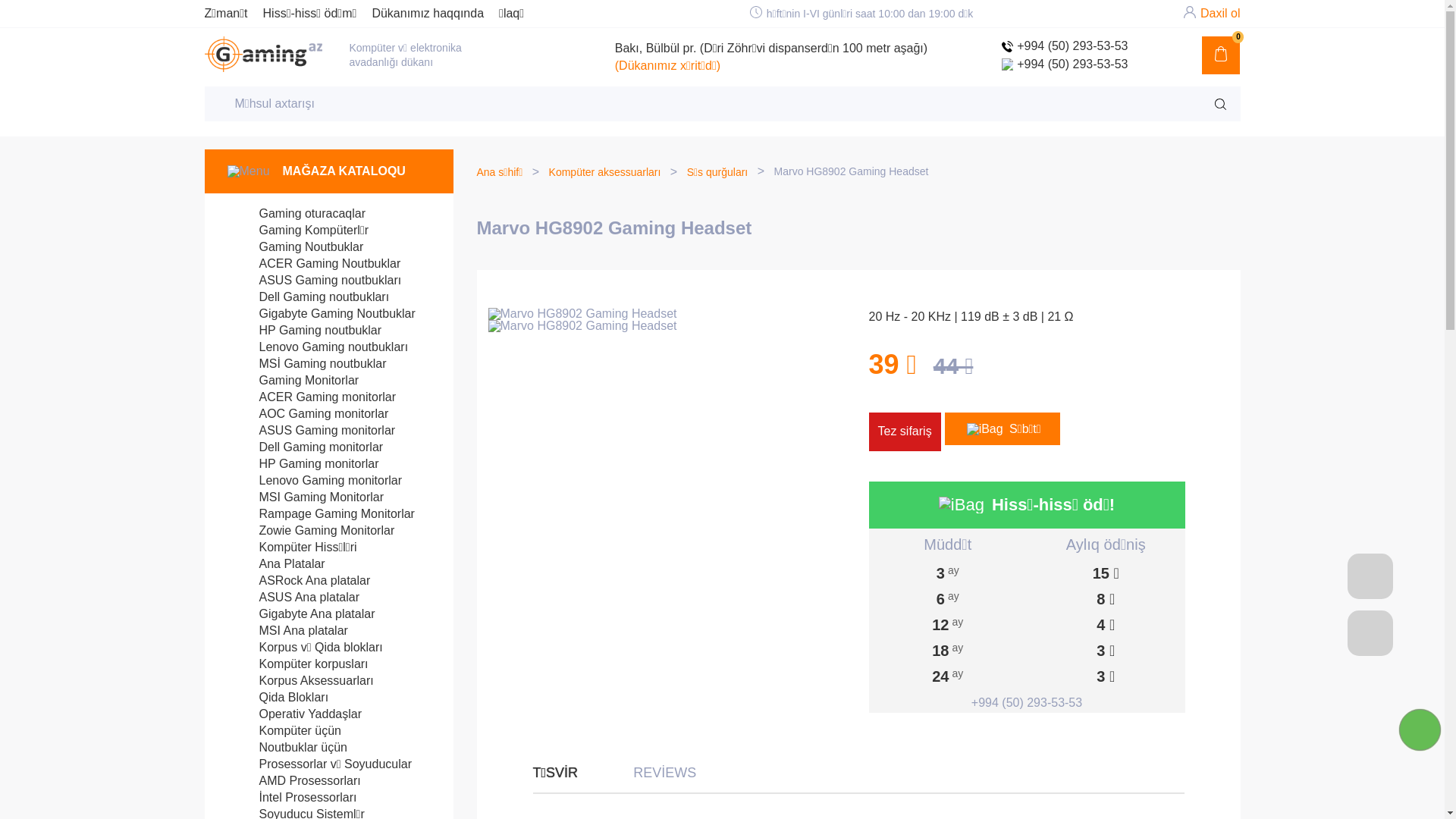 The height and width of the screenshot is (819, 1456). Describe the element at coordinates (307, 413) in the screenshot. I see `'AOC Gaming monitorlar'` at that location.